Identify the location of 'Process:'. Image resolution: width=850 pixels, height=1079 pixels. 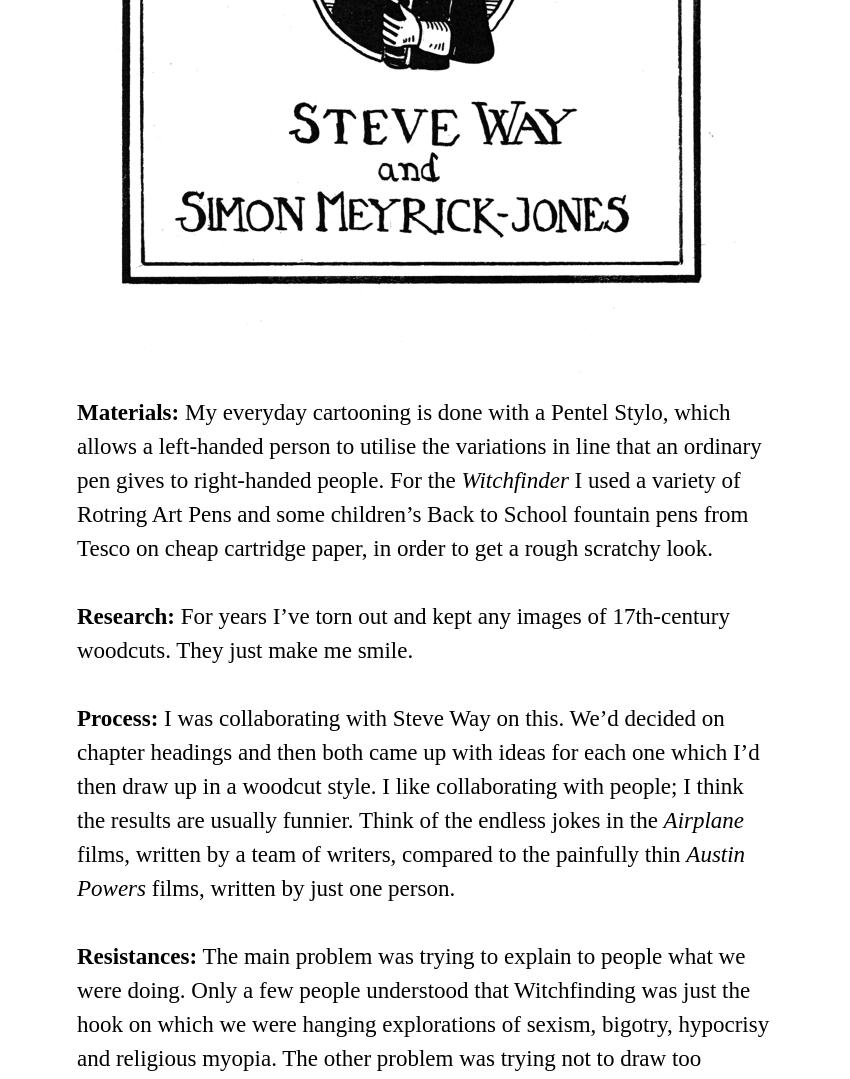
(116, 716).